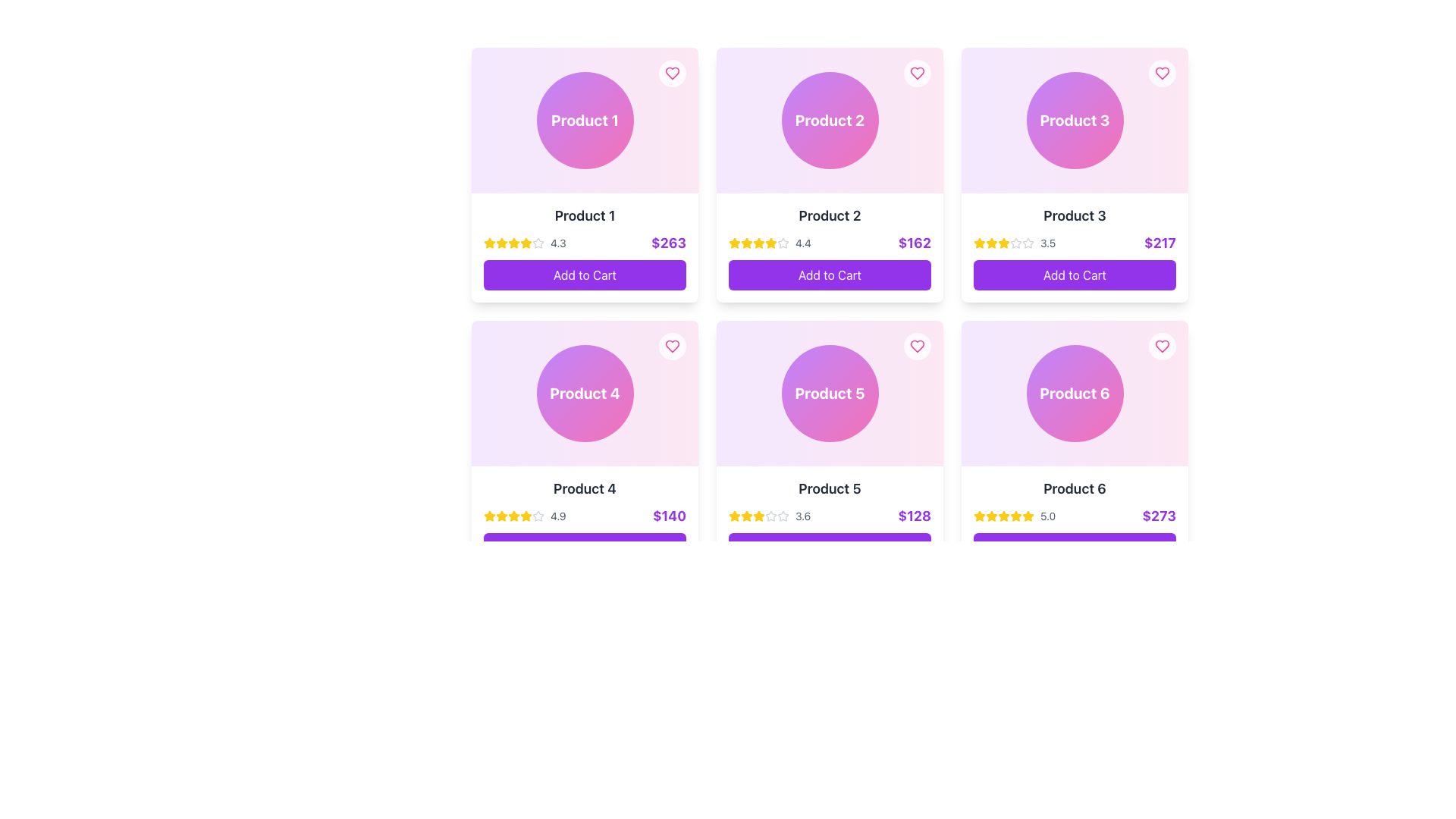  Describe the element at coordinates (992, 516) in the screenshot. I see `the third filled star icon used for ratings located below 'Product 6' and its rating '5.0'` at that location.